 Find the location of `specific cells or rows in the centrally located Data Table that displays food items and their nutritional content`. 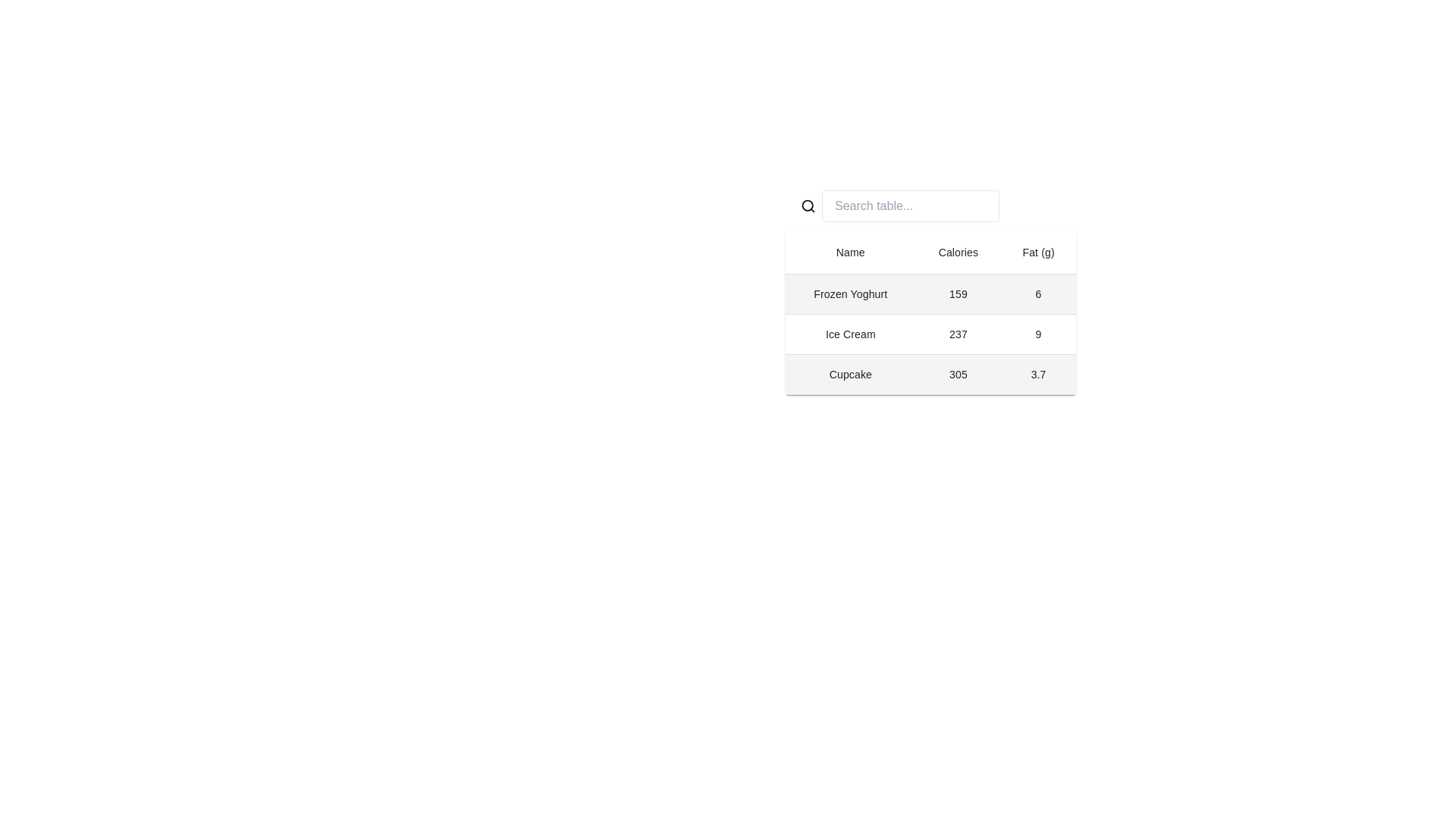

specific cells or rows in the centrally located Data Table that displays food items and their nutritional content is located at coordinates (930, 312).